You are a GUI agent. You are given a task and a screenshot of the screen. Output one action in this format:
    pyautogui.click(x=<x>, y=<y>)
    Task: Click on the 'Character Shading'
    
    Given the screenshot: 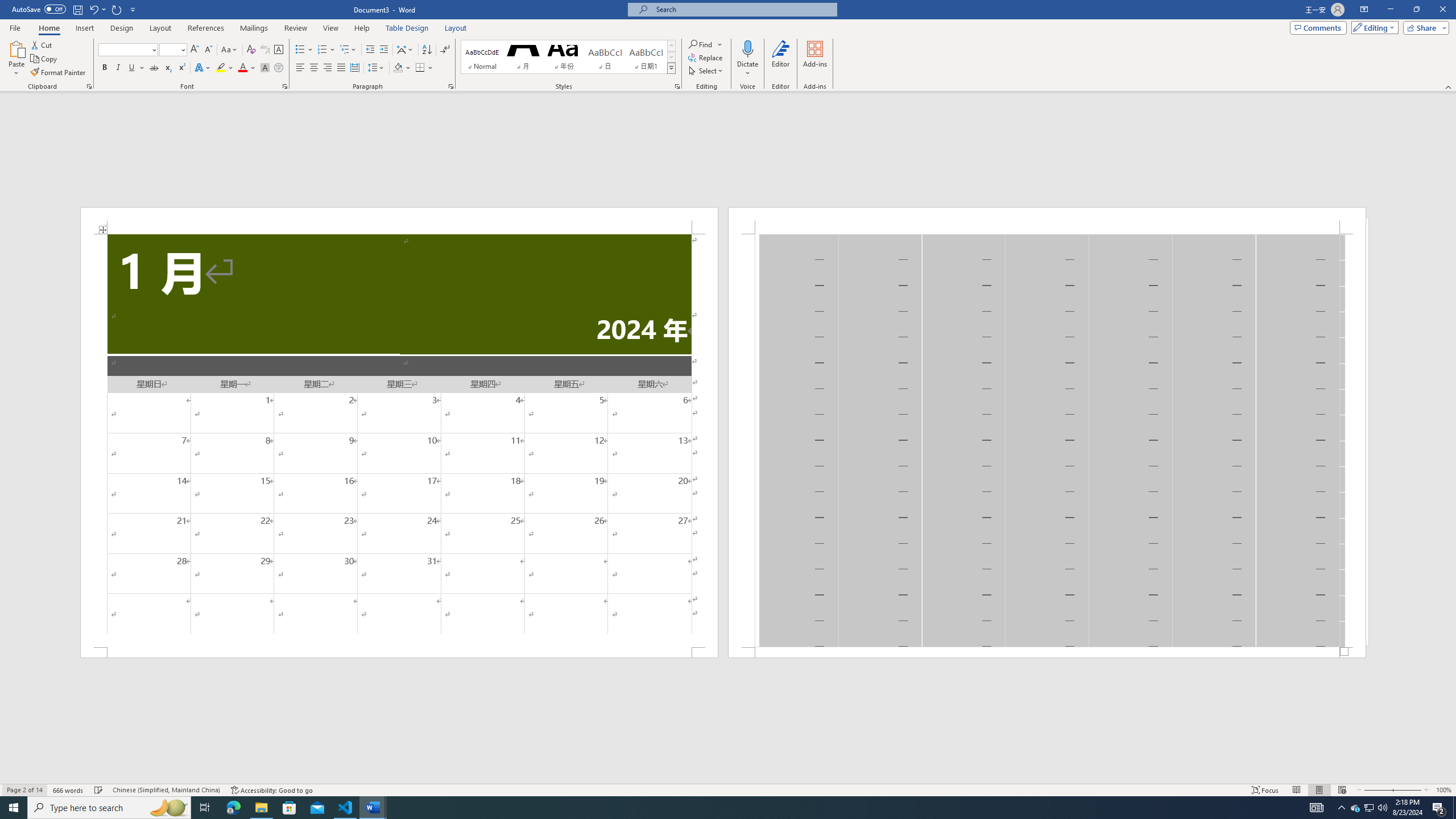 What is the action you would take?
    pyautogui.click(x=264, y=67)
    